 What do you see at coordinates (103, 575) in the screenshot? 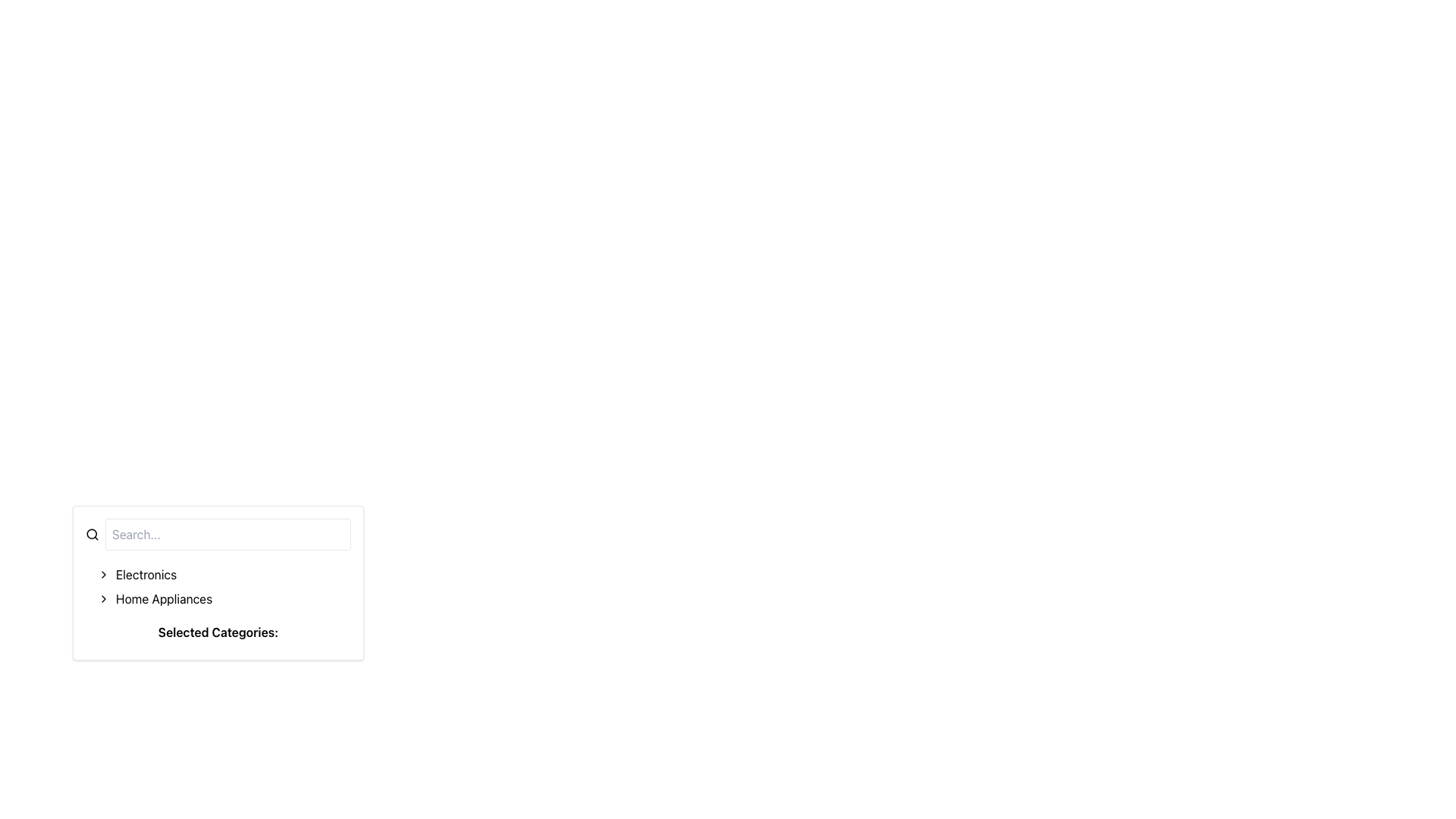
I see `the Chevron or Arrow Icon located to the left of the 'Electronics' text, which serves as a toggle for the 'Electronics' category` at bounding box center [103, 575].